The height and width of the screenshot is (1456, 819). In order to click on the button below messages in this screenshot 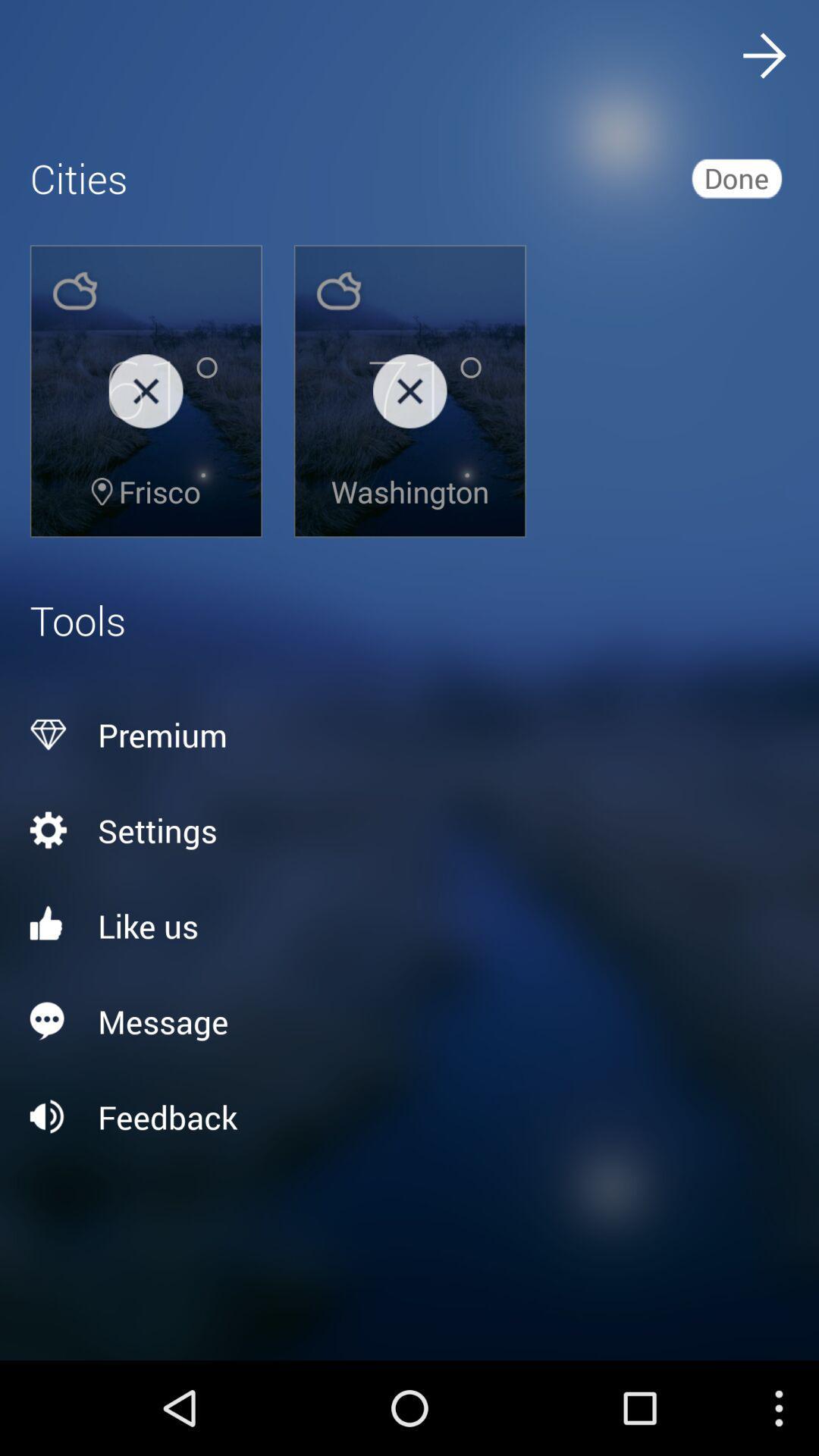, I will do `click(409, 1117)`.